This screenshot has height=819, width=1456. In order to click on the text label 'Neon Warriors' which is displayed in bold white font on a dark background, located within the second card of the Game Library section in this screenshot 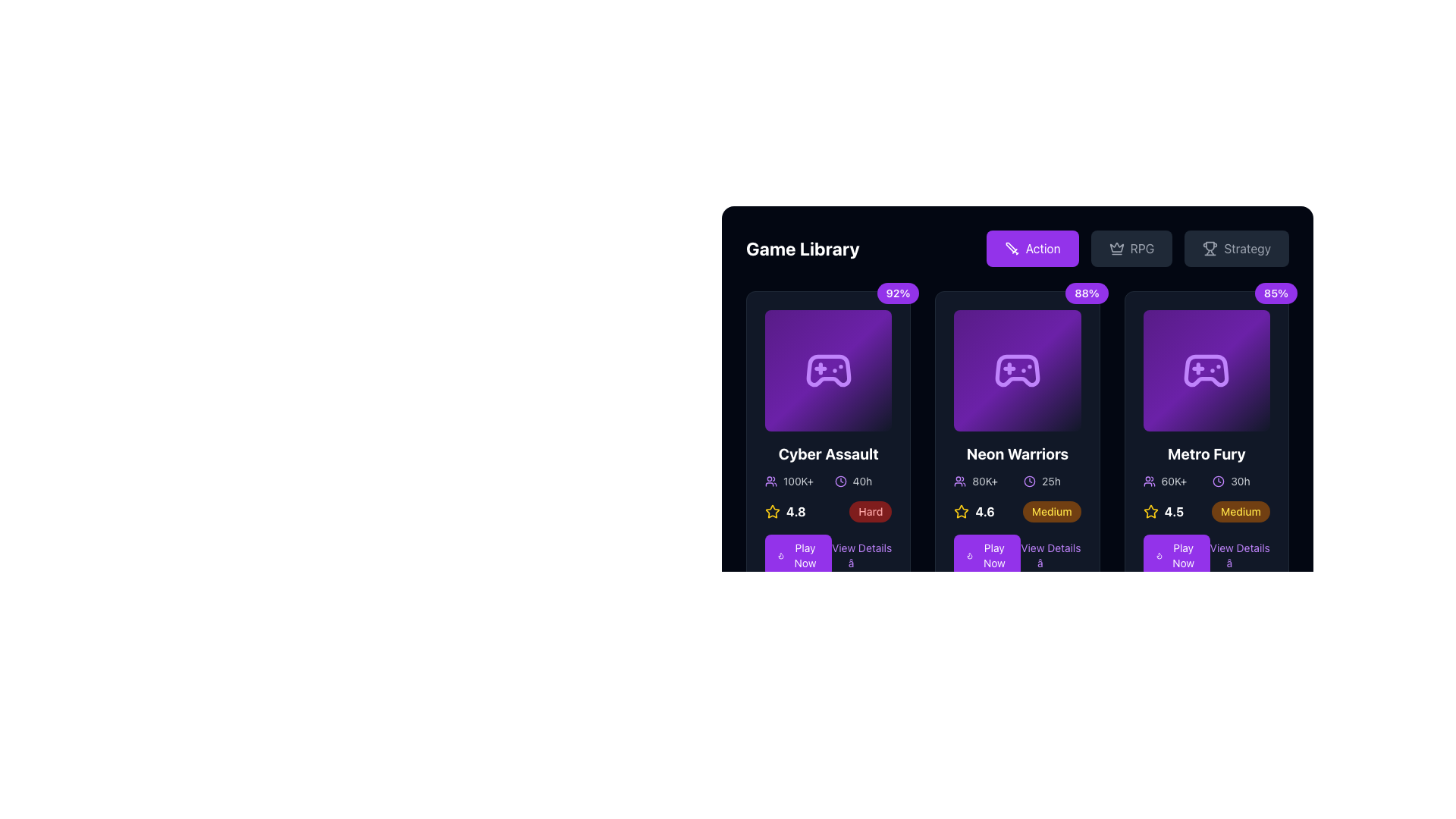, I will do `click(1018, 453)`.